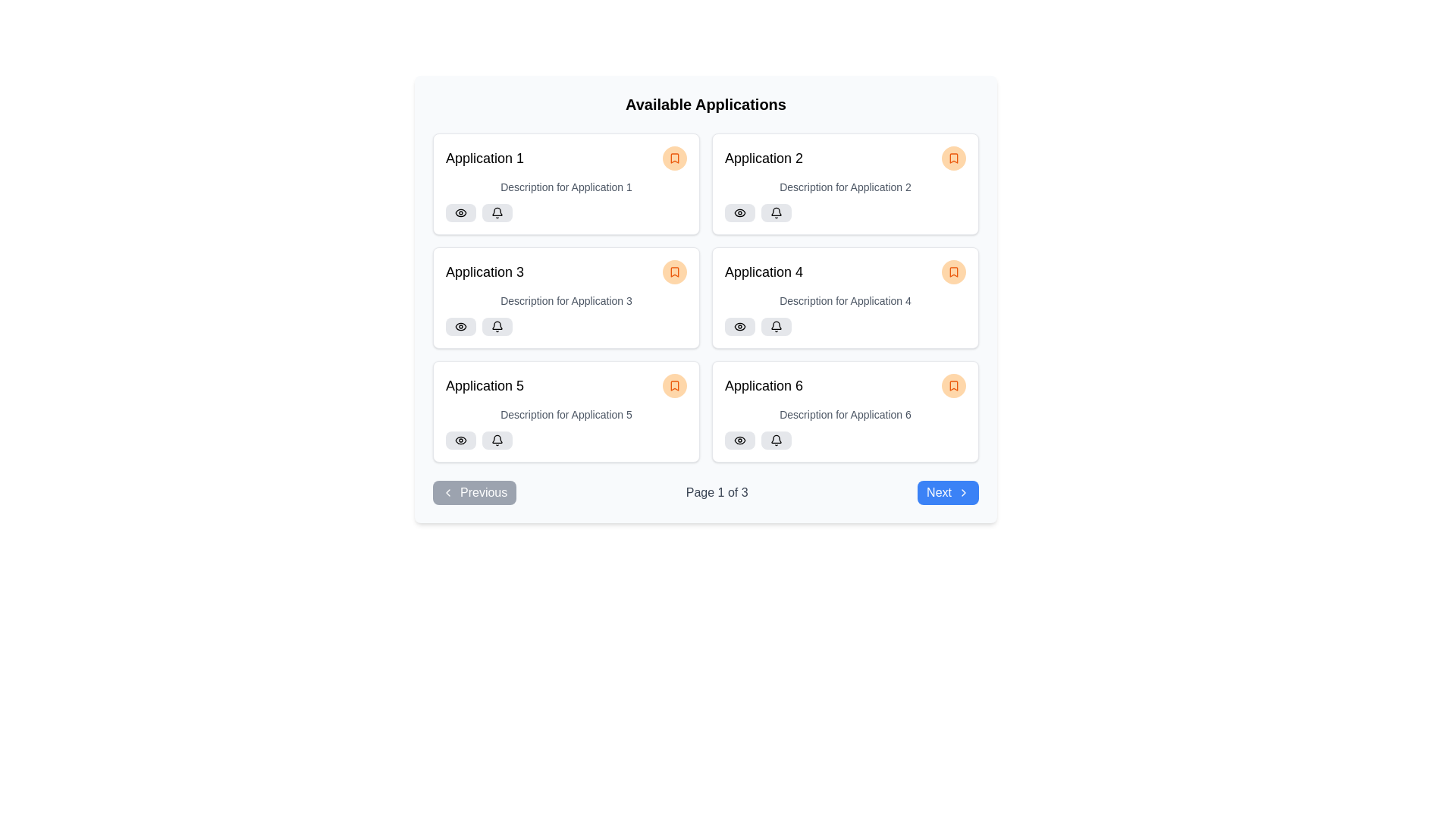 The height and width of the screenshot is (819, 1456). Describe the element at coordinates (460, 441) in the screenshot. I see `the 'eye' or 'view' indicator SVG icon located in the fifth application block under 'Available Applications'` at that location.